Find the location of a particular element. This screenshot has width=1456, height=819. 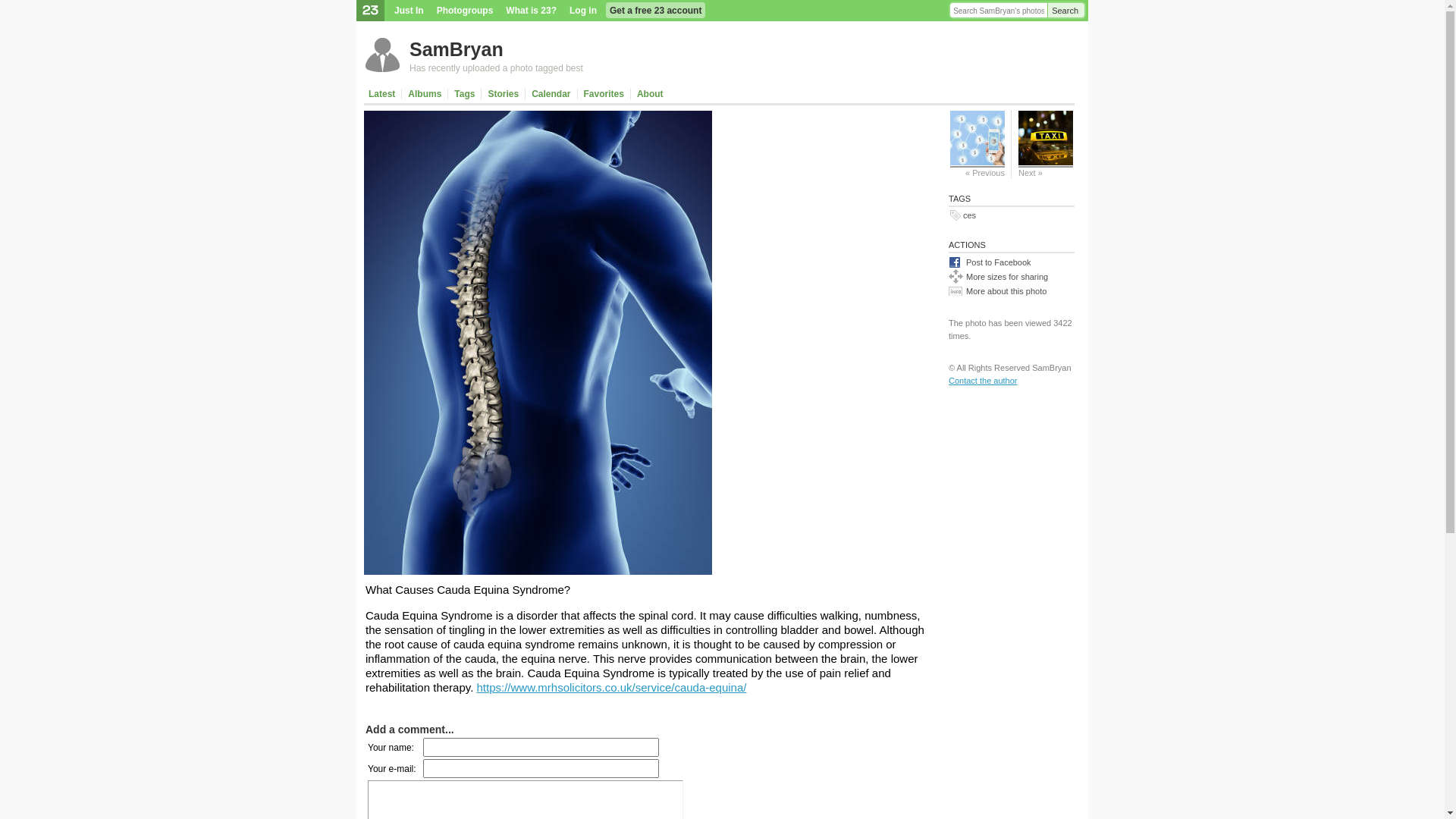

'More about this photo' is located at coordinates (1012, 290).